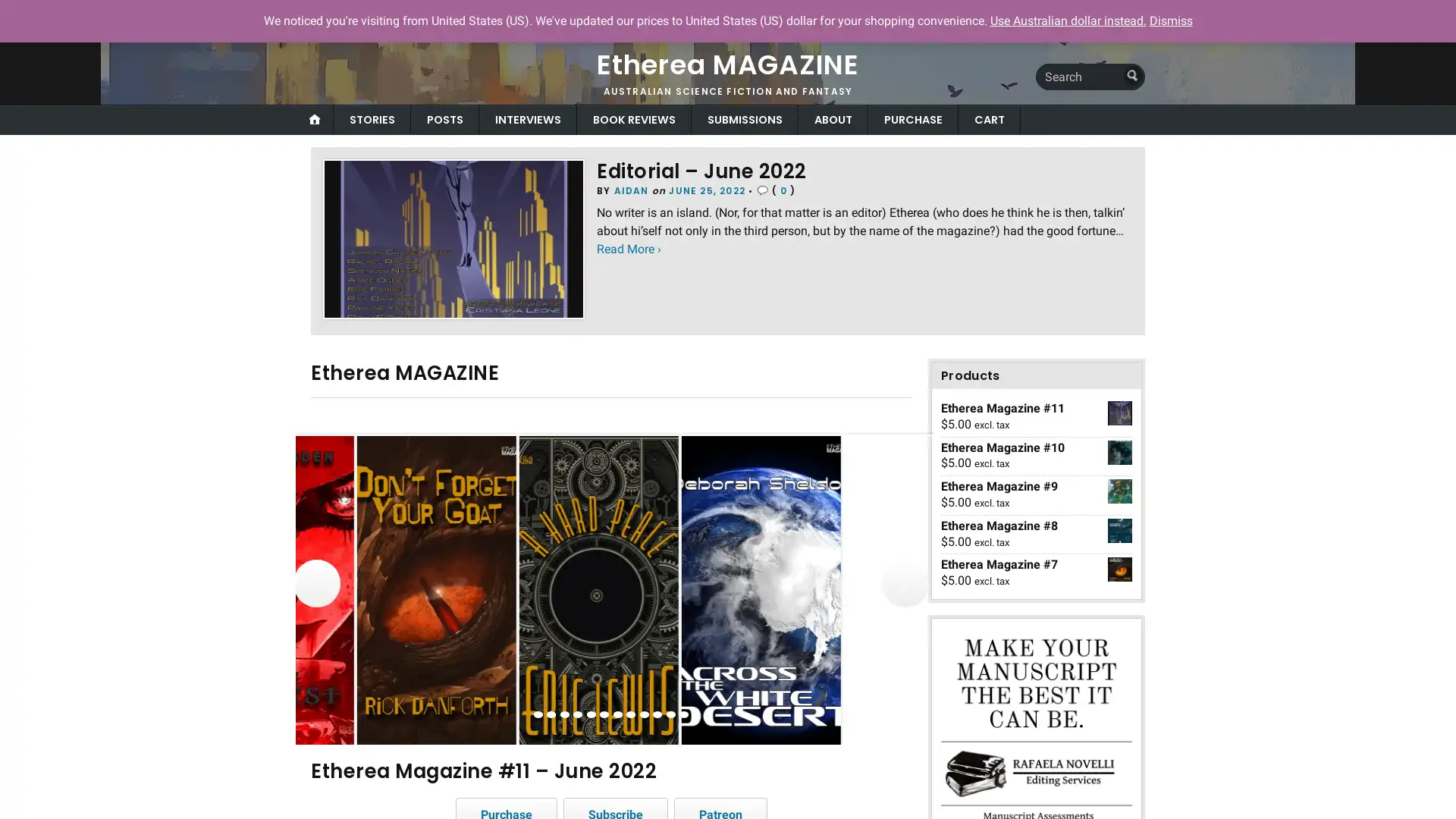 Image resolution: width=1456 pixels, height=819 pixels. I want to click on view image 12 of 12 in carousel, so click(683, 714).